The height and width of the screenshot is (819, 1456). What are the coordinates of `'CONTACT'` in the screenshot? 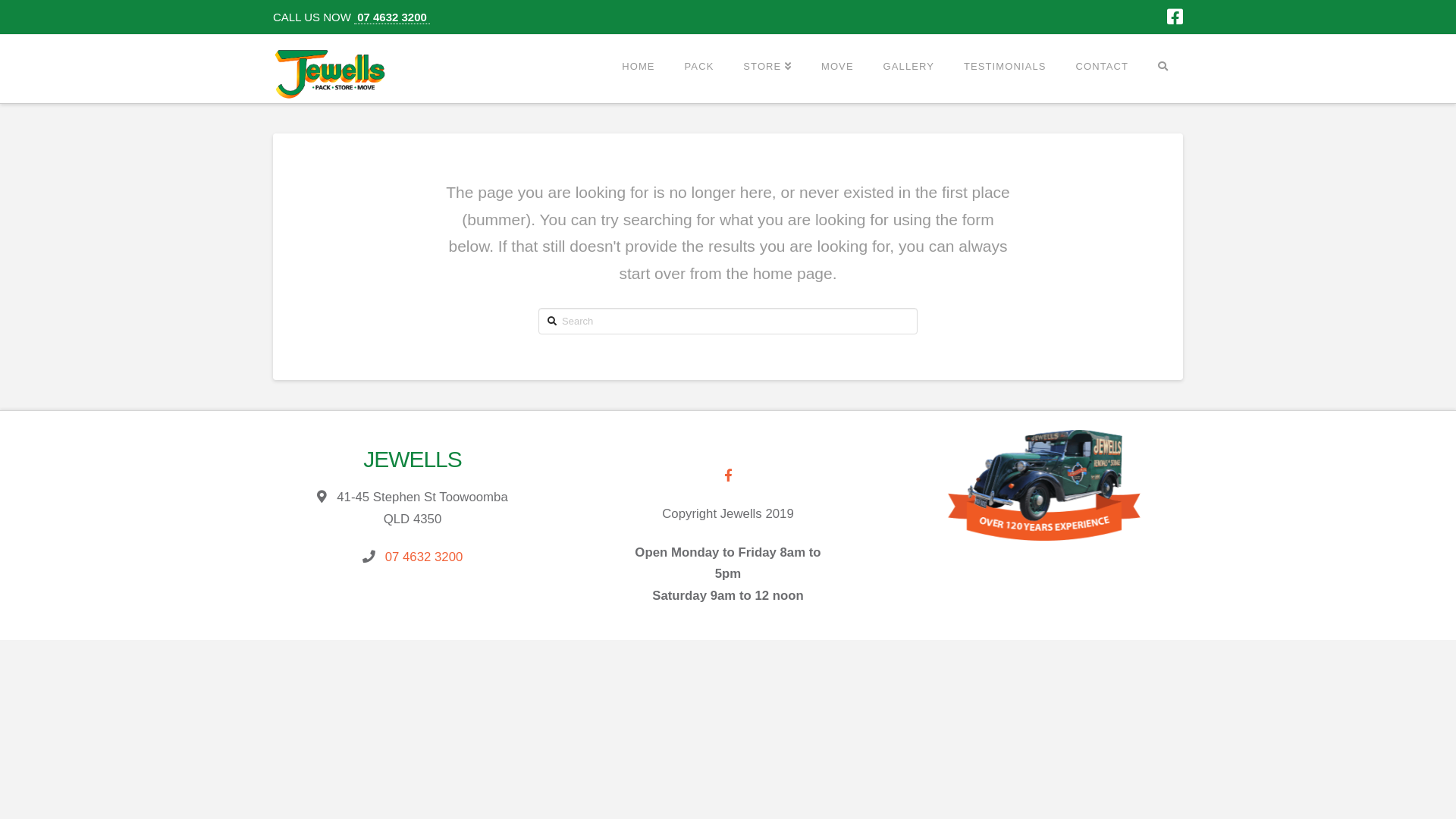 It's located at (1059, 65).